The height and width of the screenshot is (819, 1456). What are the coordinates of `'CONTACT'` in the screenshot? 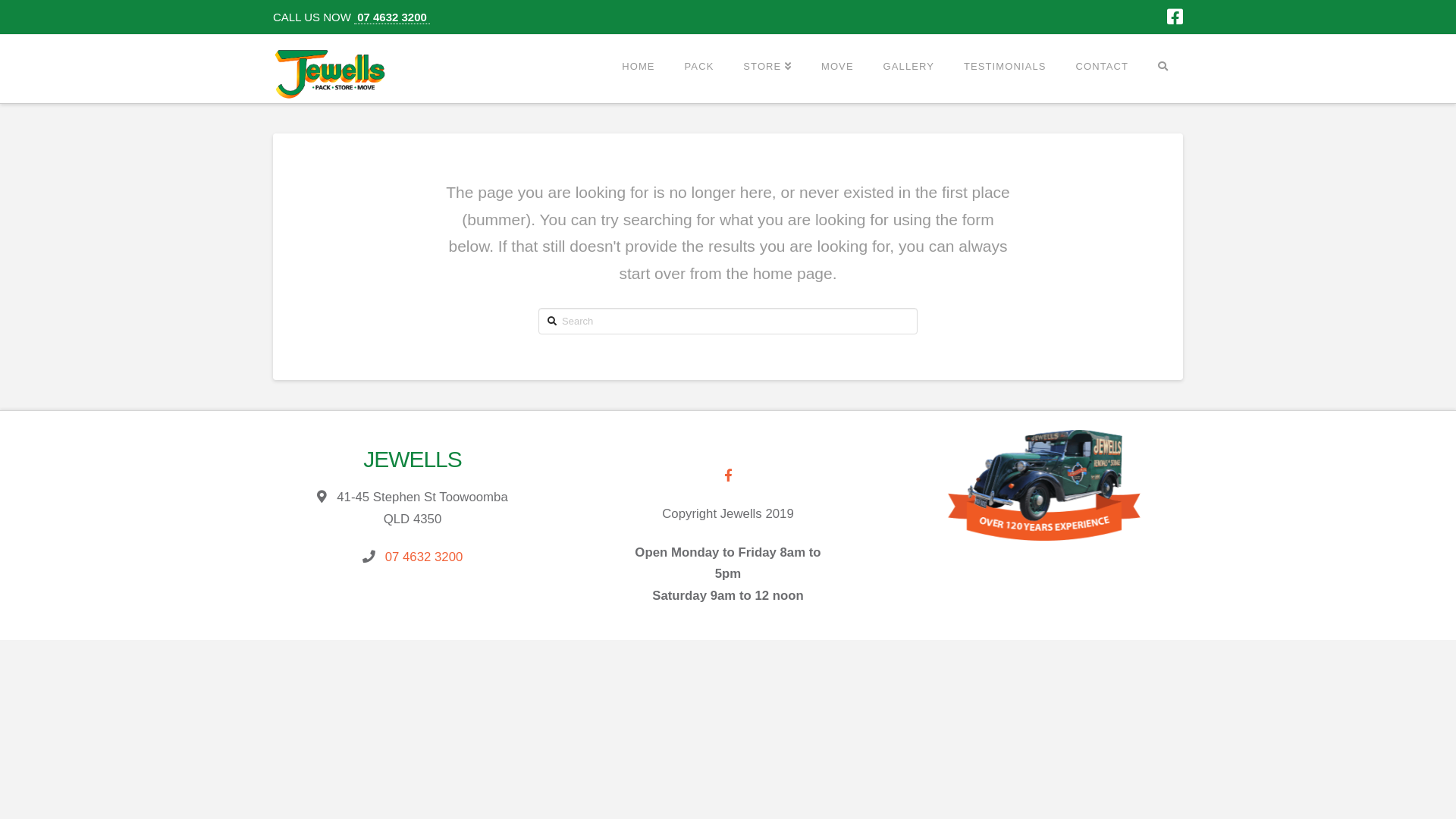 It's located at (1059, 65).